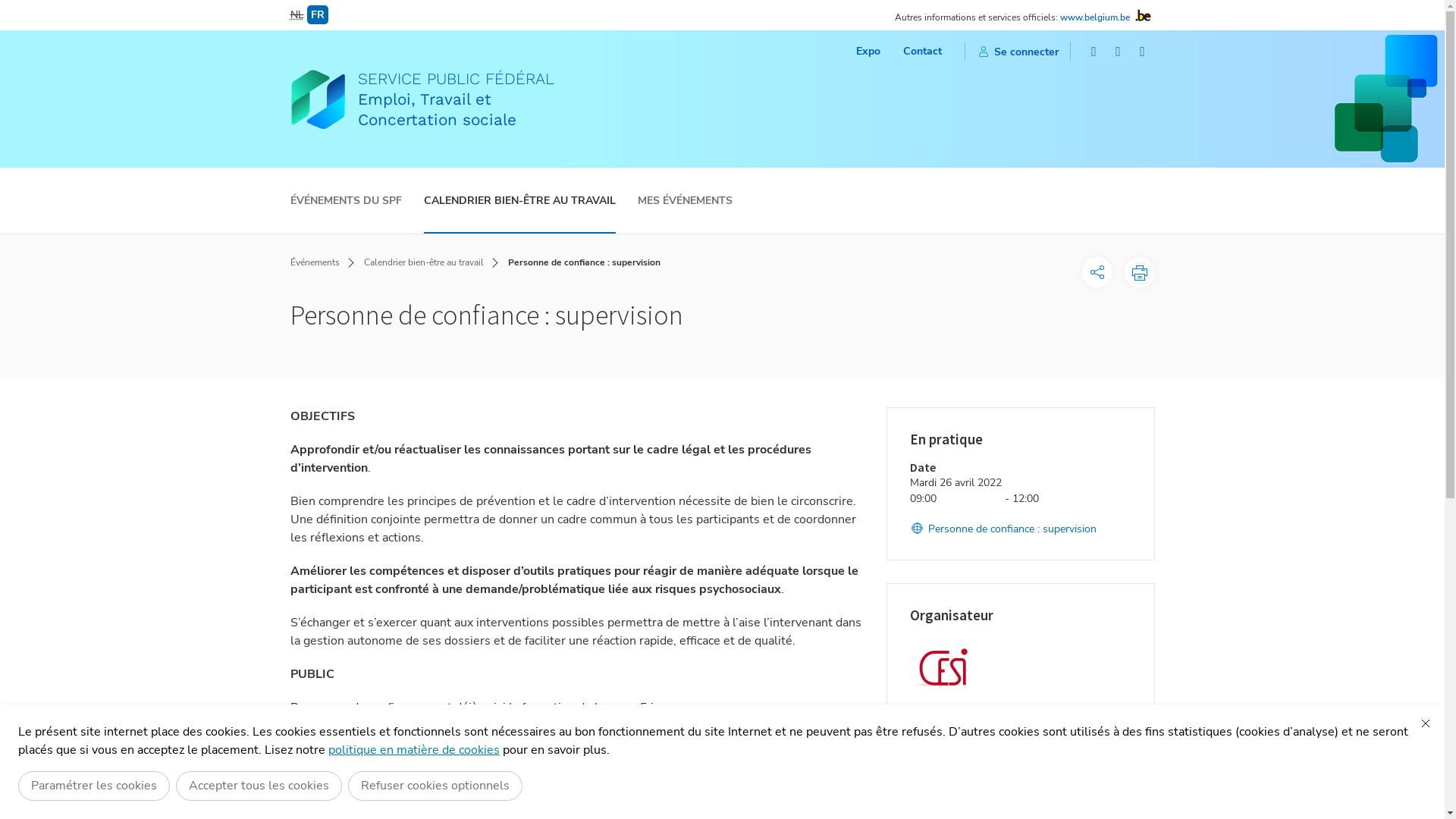 This screenshot has height=819, width=1456. Describe the element at coordinates (1425, 722) in the screenshot. I see `'Fermer'` at that location.